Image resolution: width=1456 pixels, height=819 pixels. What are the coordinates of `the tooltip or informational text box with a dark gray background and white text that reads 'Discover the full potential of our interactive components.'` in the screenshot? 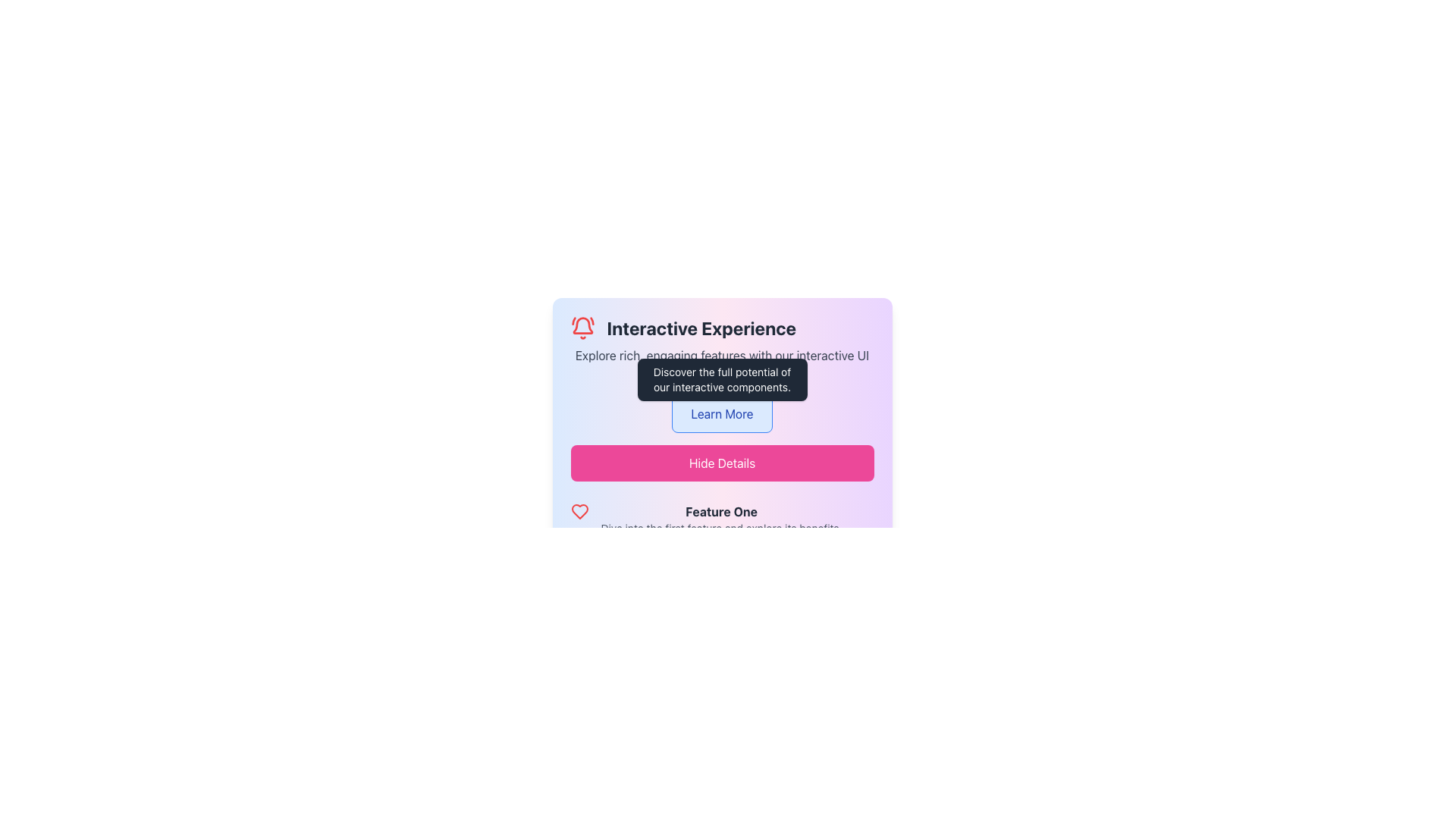 It's located at (721, 379).